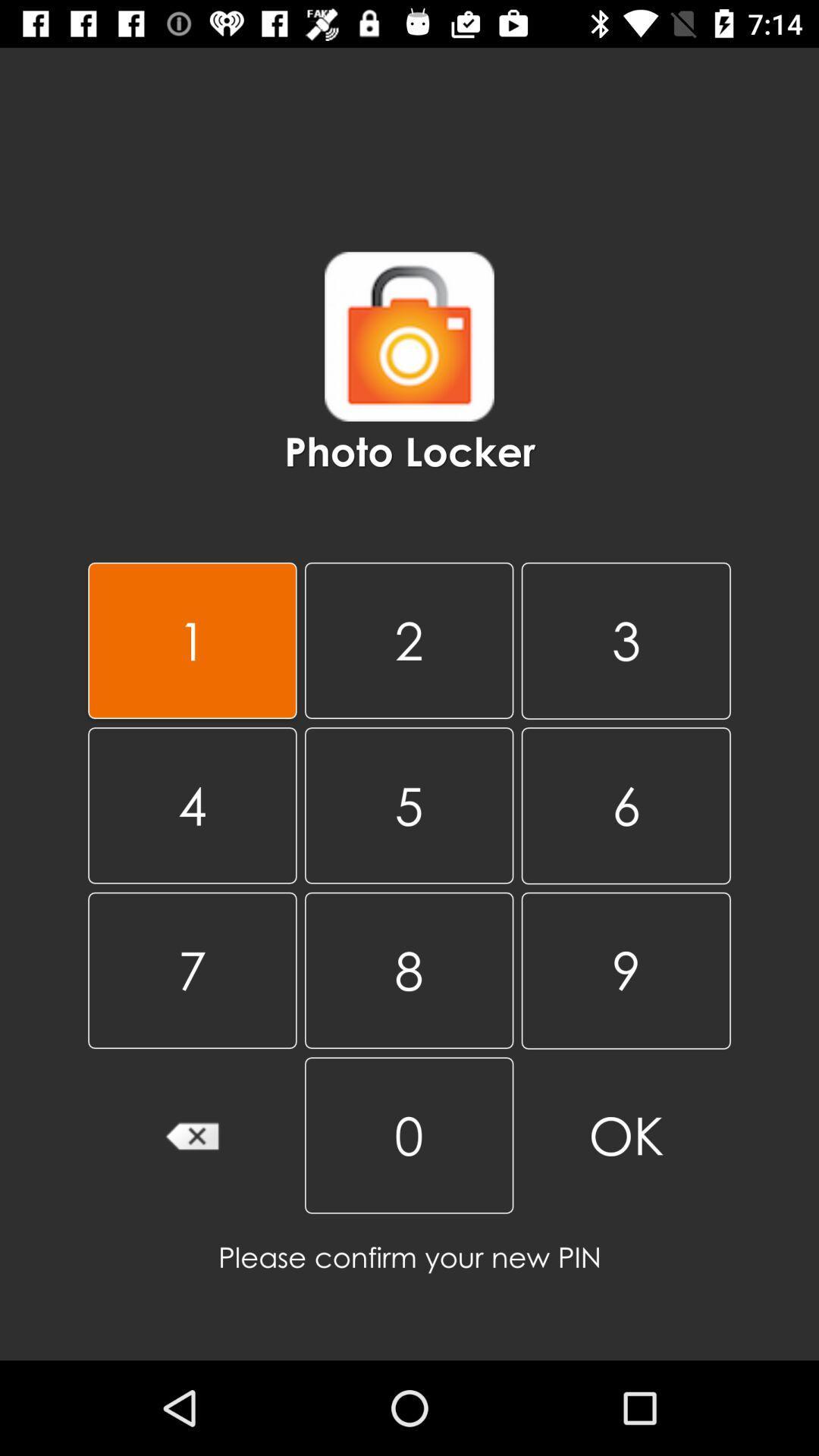  What do you see at coordinates (191, 1135) in the screenshot?
I see `clear number` at bounding box center [191, 1135].